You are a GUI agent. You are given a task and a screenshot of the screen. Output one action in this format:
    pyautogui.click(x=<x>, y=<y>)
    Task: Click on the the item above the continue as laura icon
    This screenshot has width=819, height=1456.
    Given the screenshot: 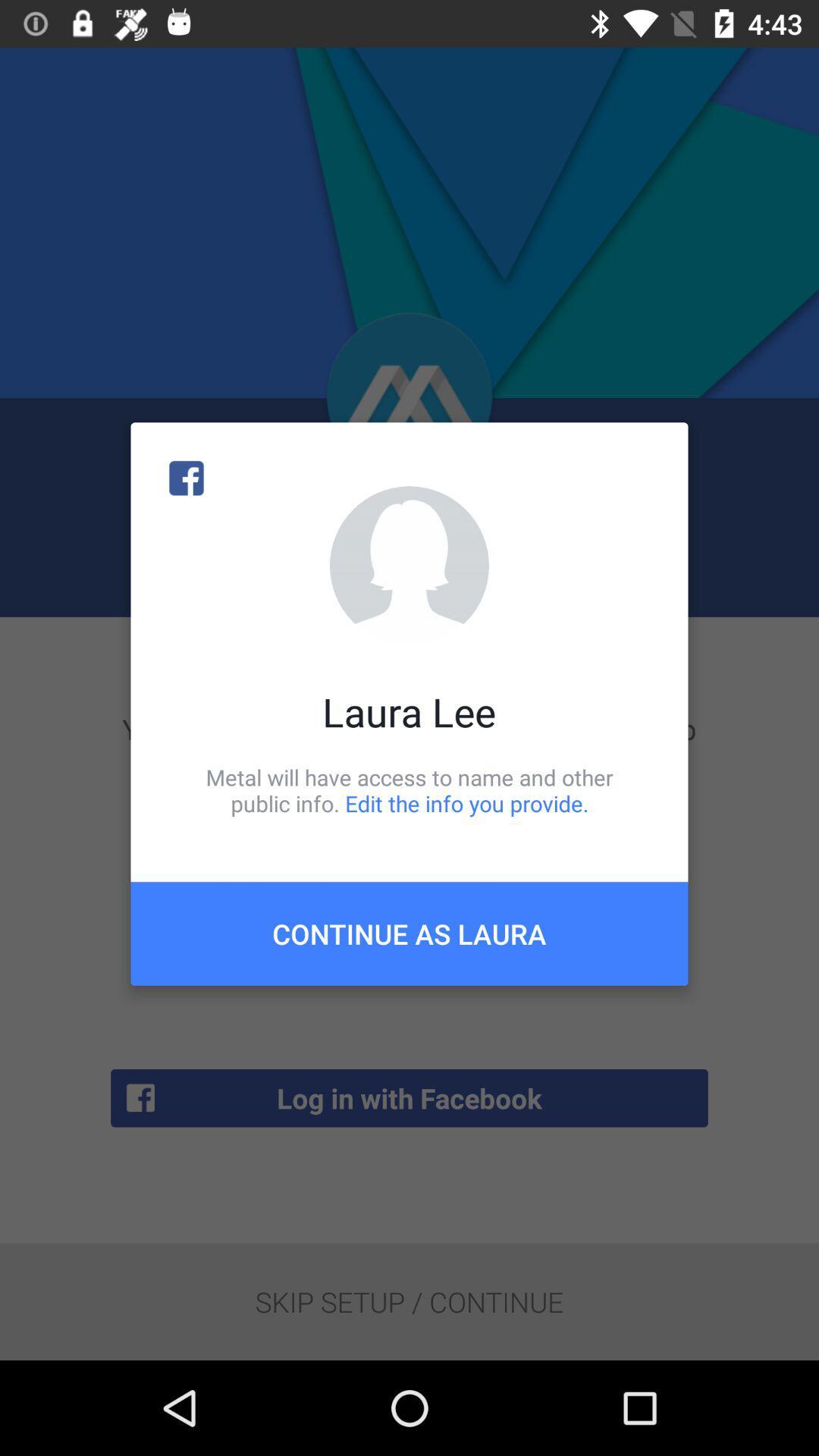 What is the action you would take?
    pyautogui.click(x=409, y=789)
    